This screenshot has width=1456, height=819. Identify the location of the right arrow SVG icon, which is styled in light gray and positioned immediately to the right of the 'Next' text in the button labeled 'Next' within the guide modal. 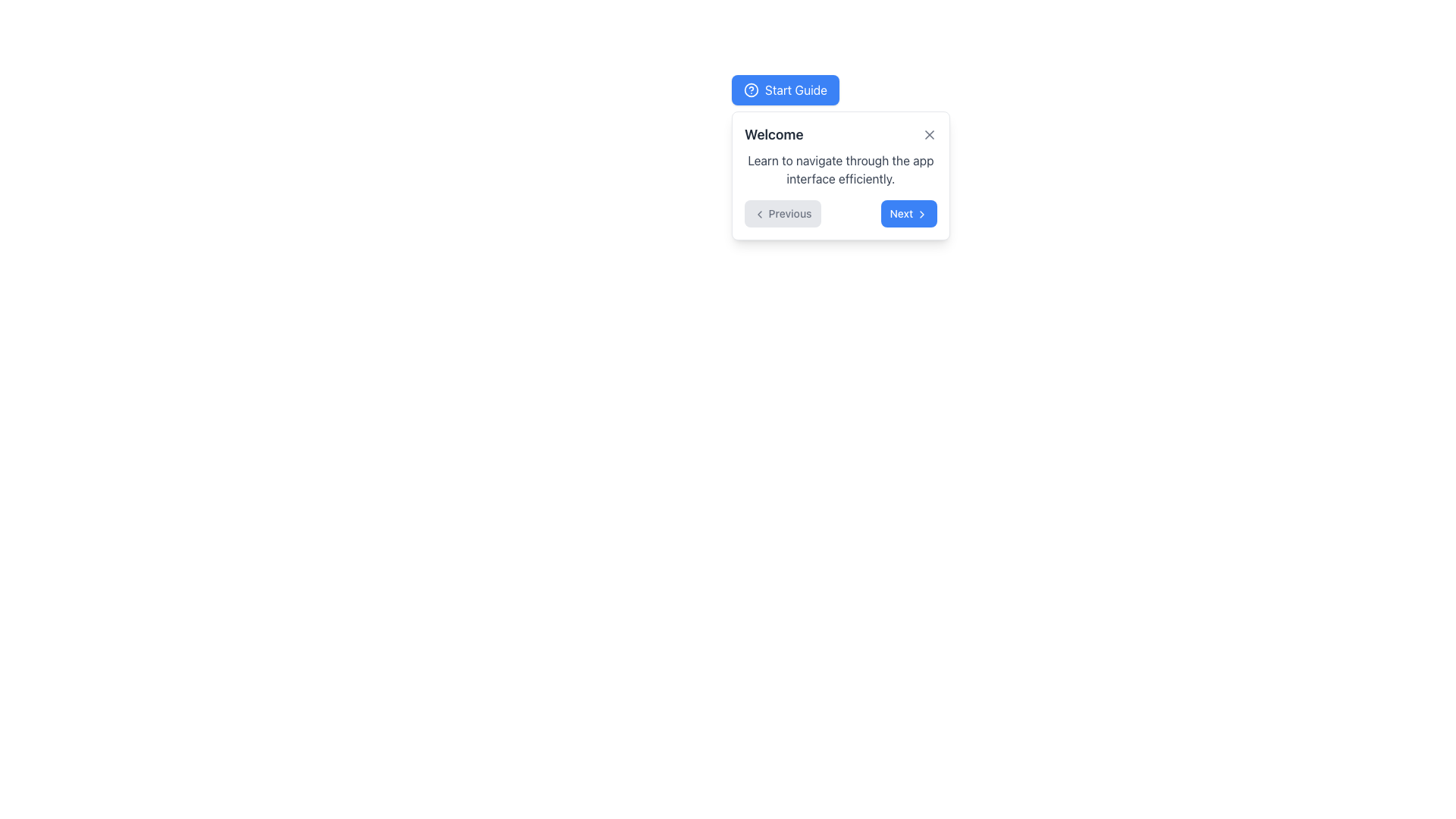
(921, 215).